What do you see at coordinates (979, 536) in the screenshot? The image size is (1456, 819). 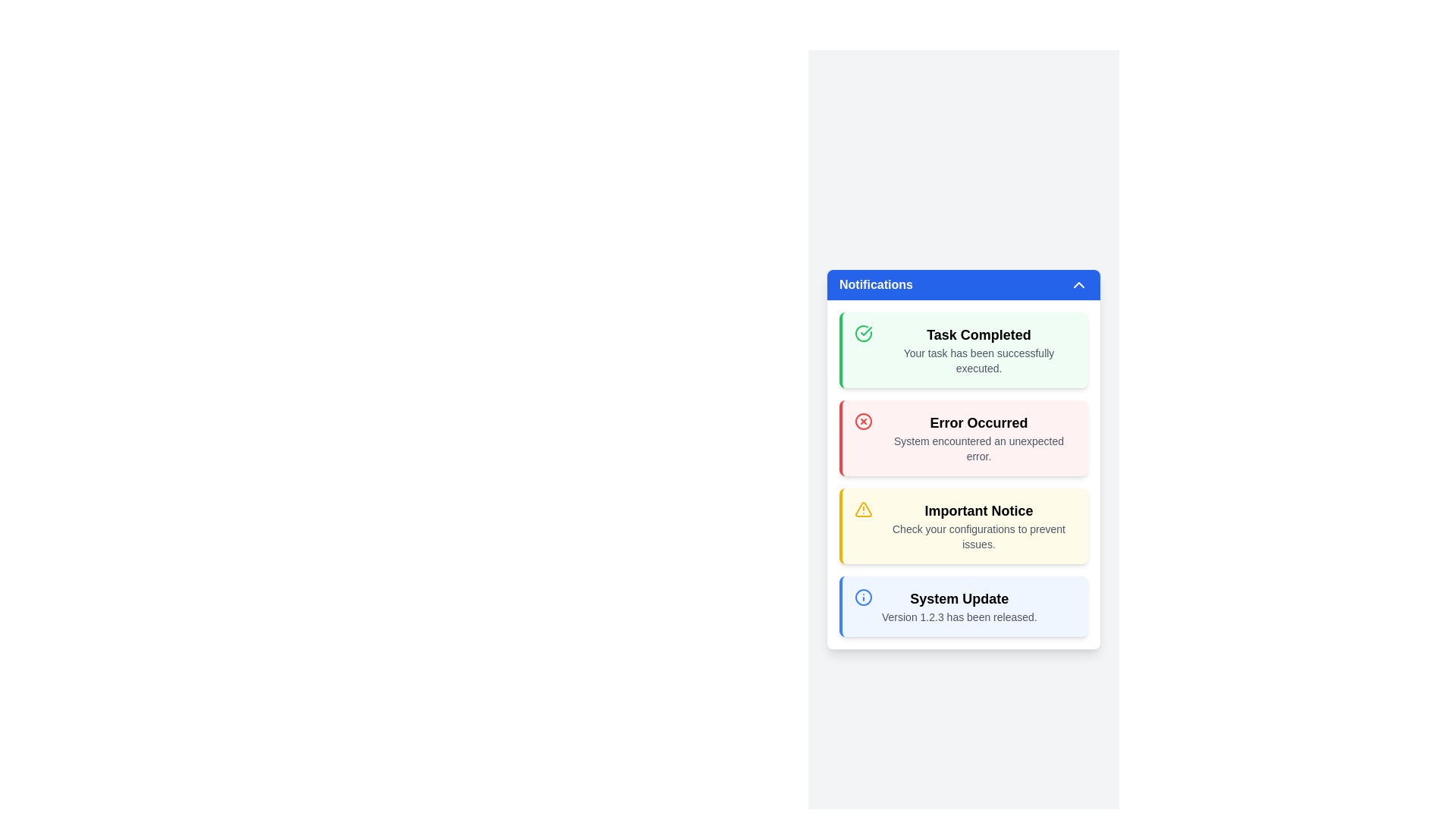 I see `the text label that displays the message 'Check your configurations to prevent issues.' located in the notification card labeled 'Important Notice'` at bounding box center [979, 536].